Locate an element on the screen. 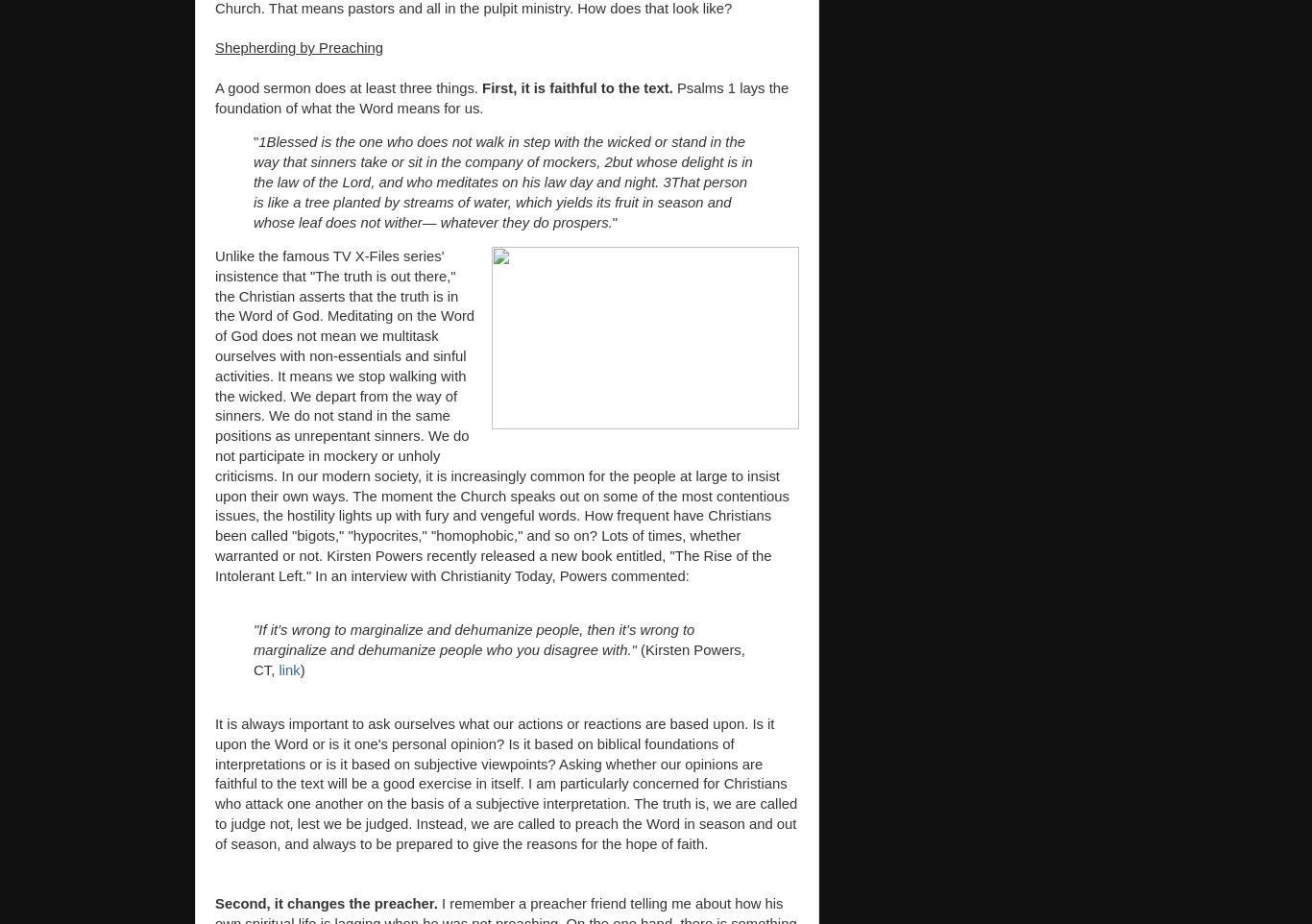 Image resolution: width=1312 pixels, height=924 pixels. 'A good sermon does at least three things.' is located at coordinates (347, 87).